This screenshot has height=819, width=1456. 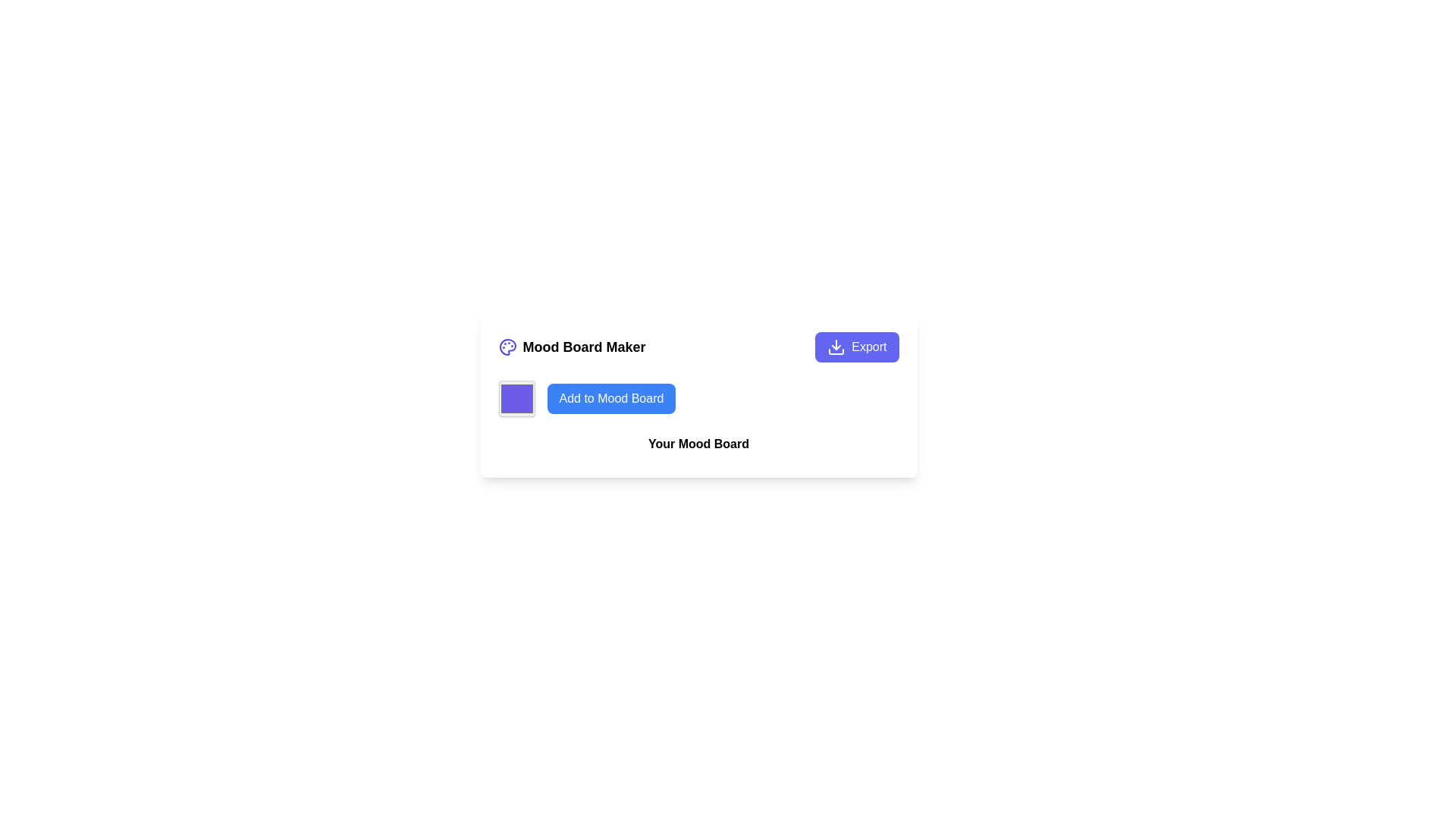 What do you see at coordinates (611, 397) in the screenshot?
I see `the 'Add to Mood Board' button, which is centrally placed in the bottom-right quadrant of the interface` at bounding box center [611, 397].